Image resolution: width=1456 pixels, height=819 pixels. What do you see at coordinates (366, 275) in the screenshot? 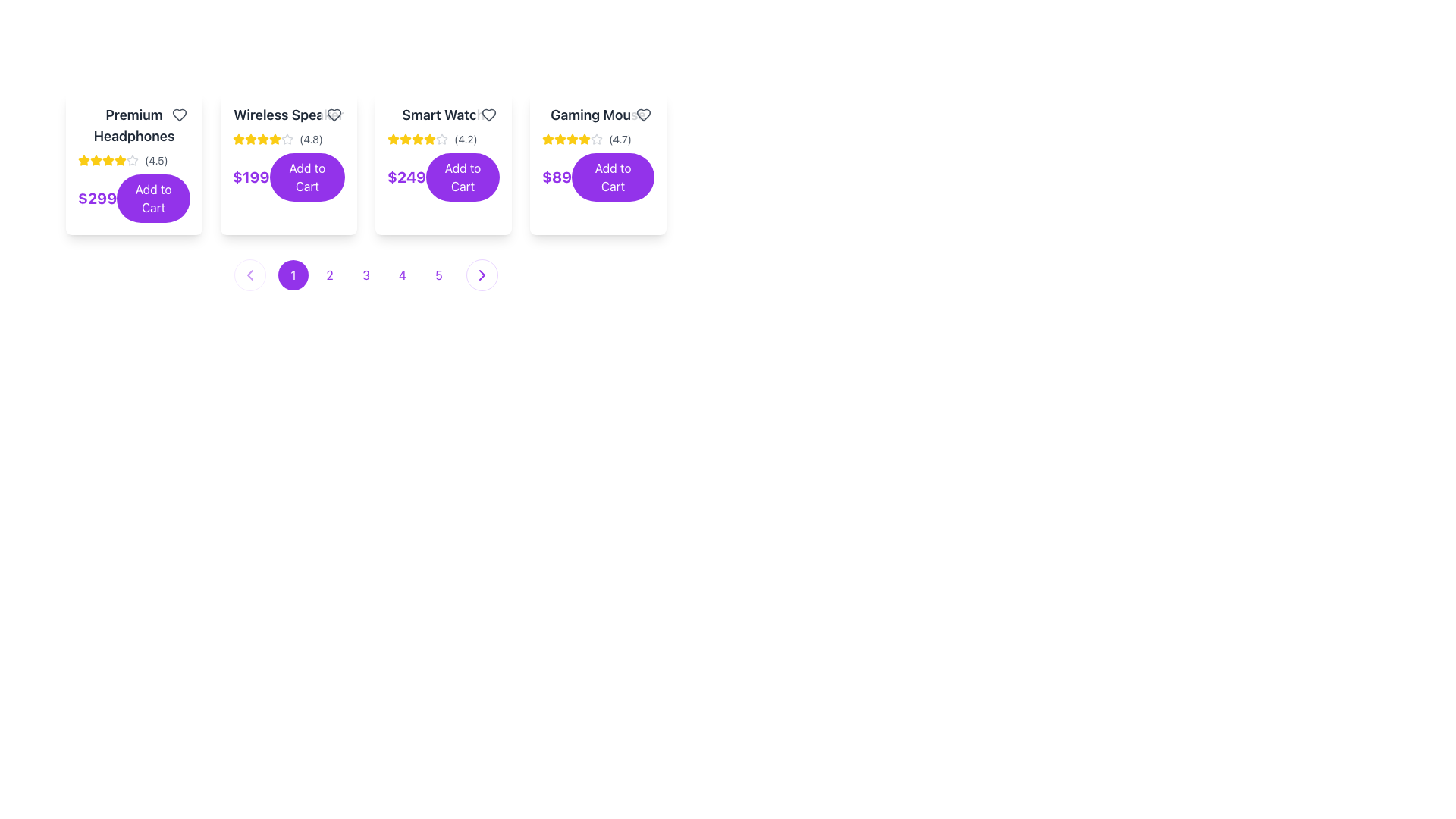
I see `the third page selection button in the pagination control` at bounding box center [366, 275].